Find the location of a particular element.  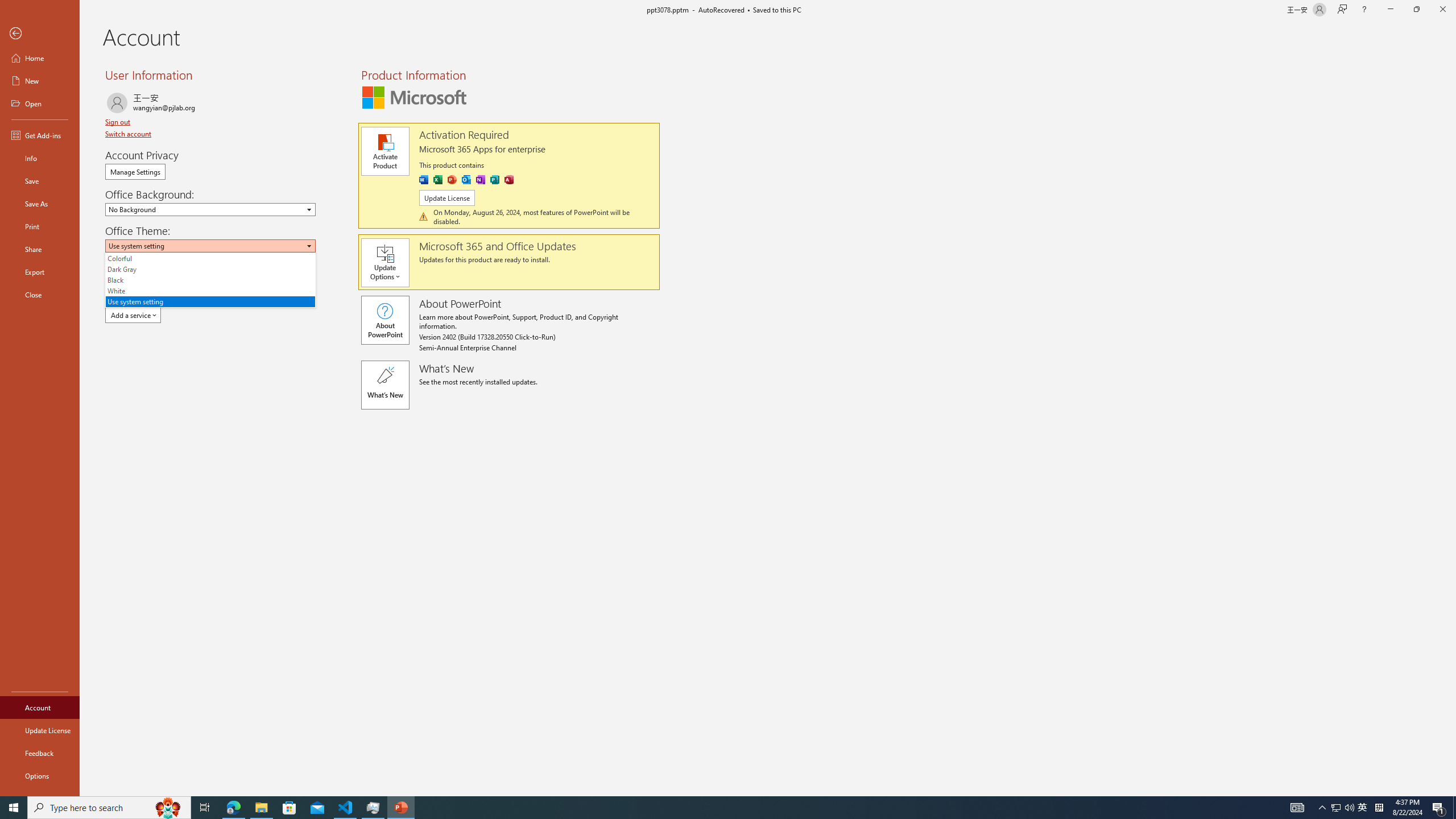

'Update Options' is located at coordinates (390, 263).